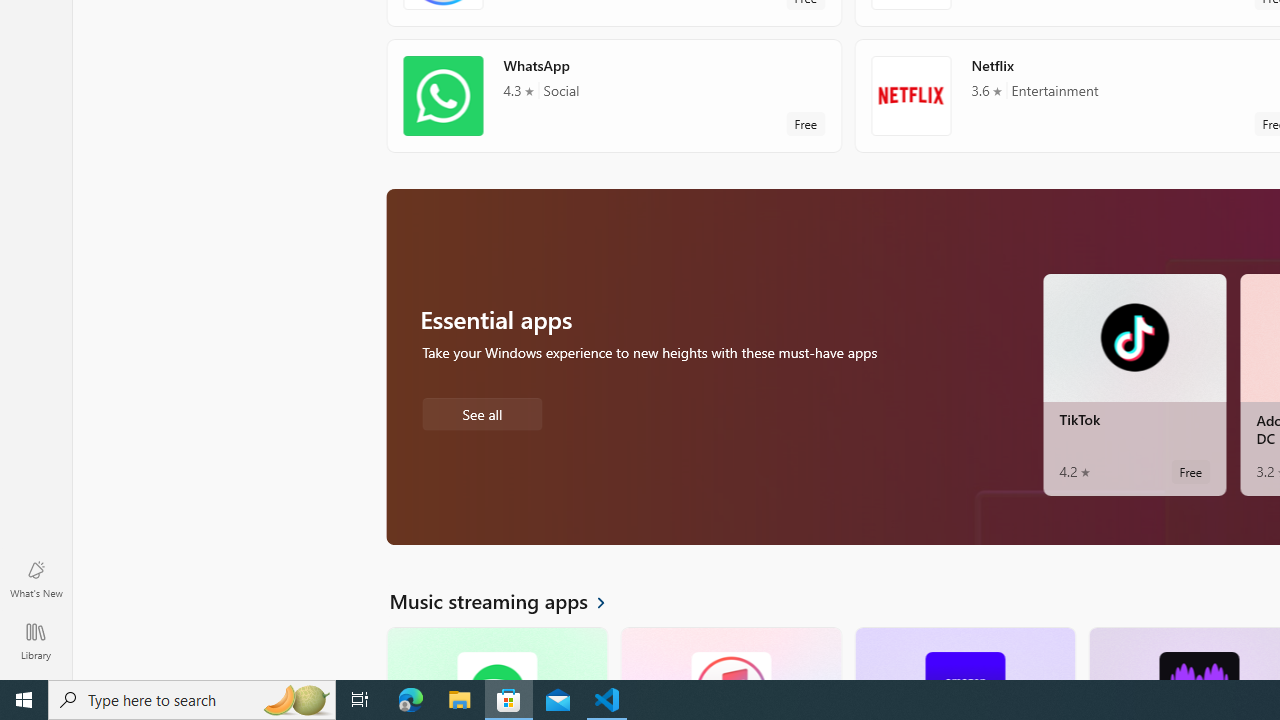  I want to click on 'Library', so click(35, 640).